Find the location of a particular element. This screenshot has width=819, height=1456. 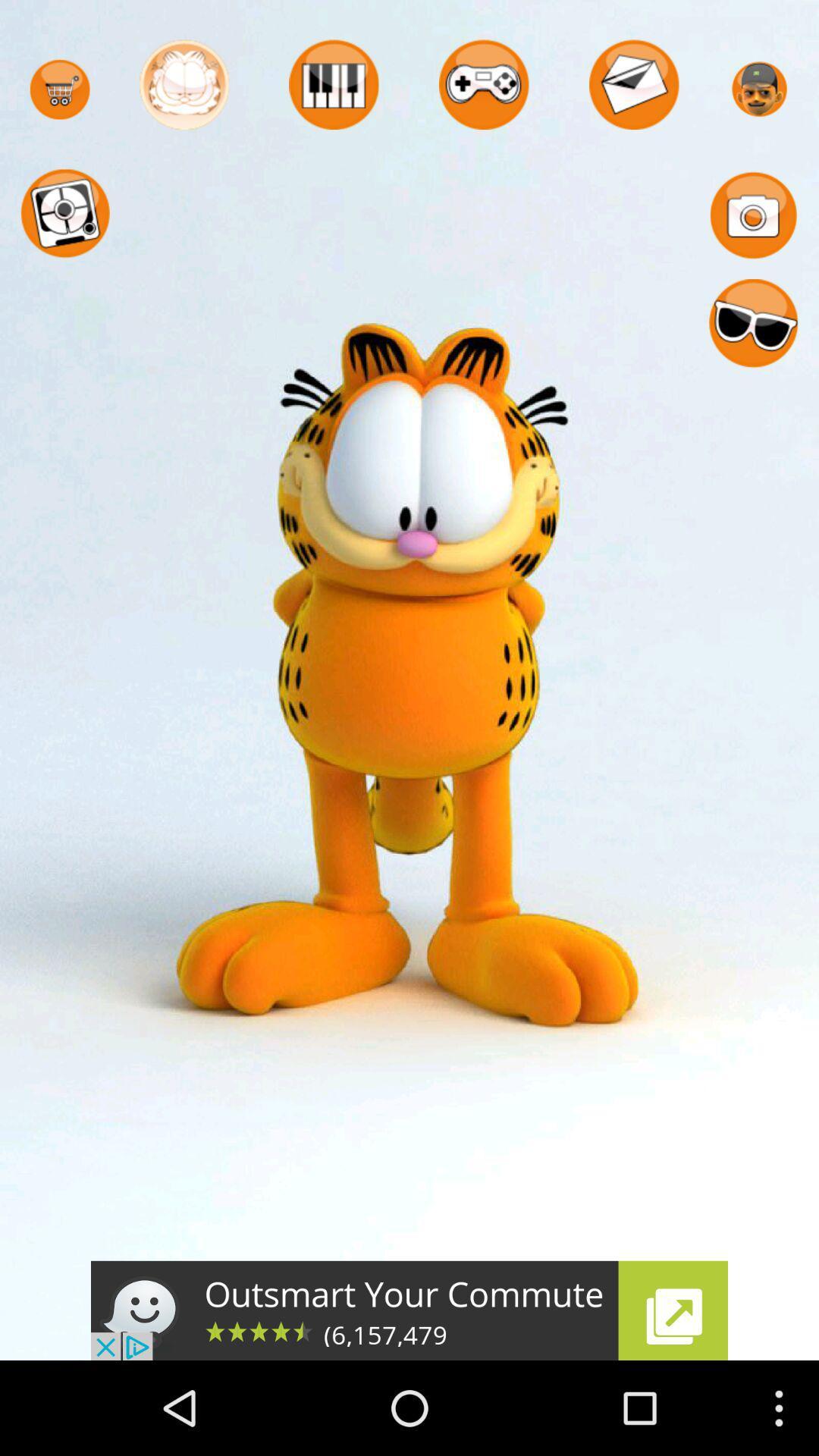

the photo icon is located at coordinates (753, 228).